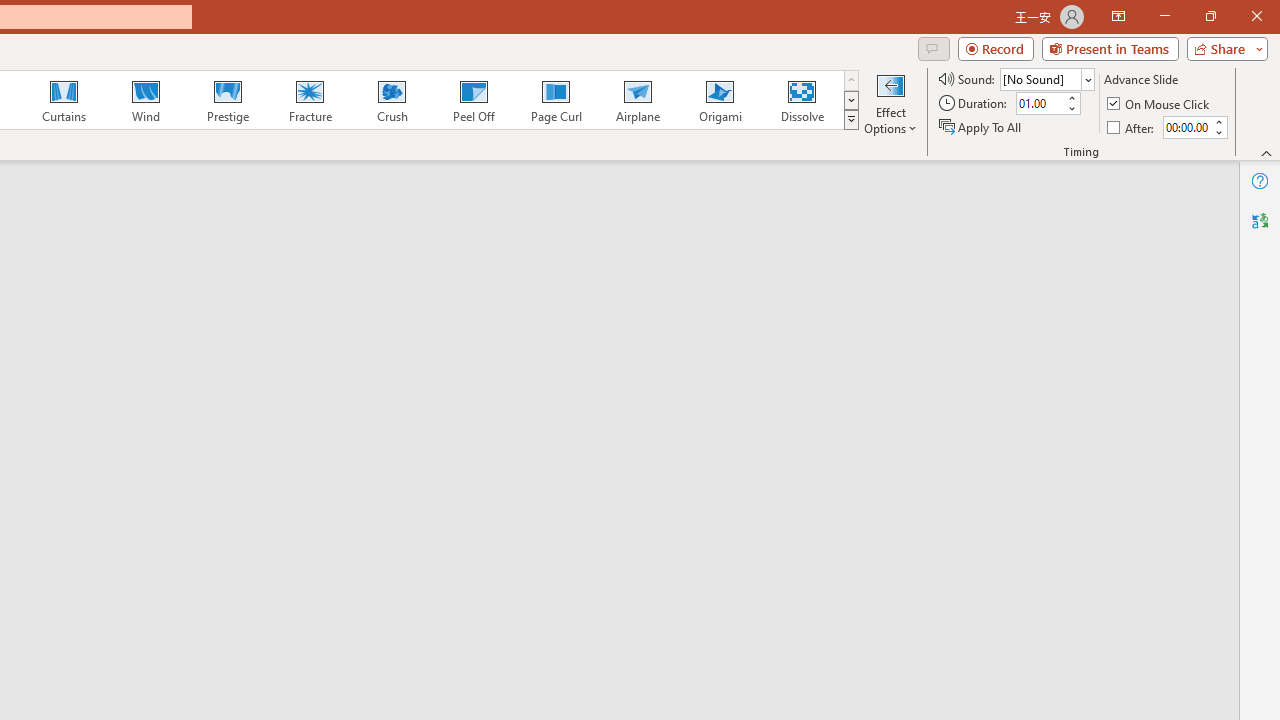 The height and width of the screenshot is (720, 1280). What do you see at coordinates (851, 120) in the screenshot?
I see `'Transition Effects'` at bounding box center [851, 120].